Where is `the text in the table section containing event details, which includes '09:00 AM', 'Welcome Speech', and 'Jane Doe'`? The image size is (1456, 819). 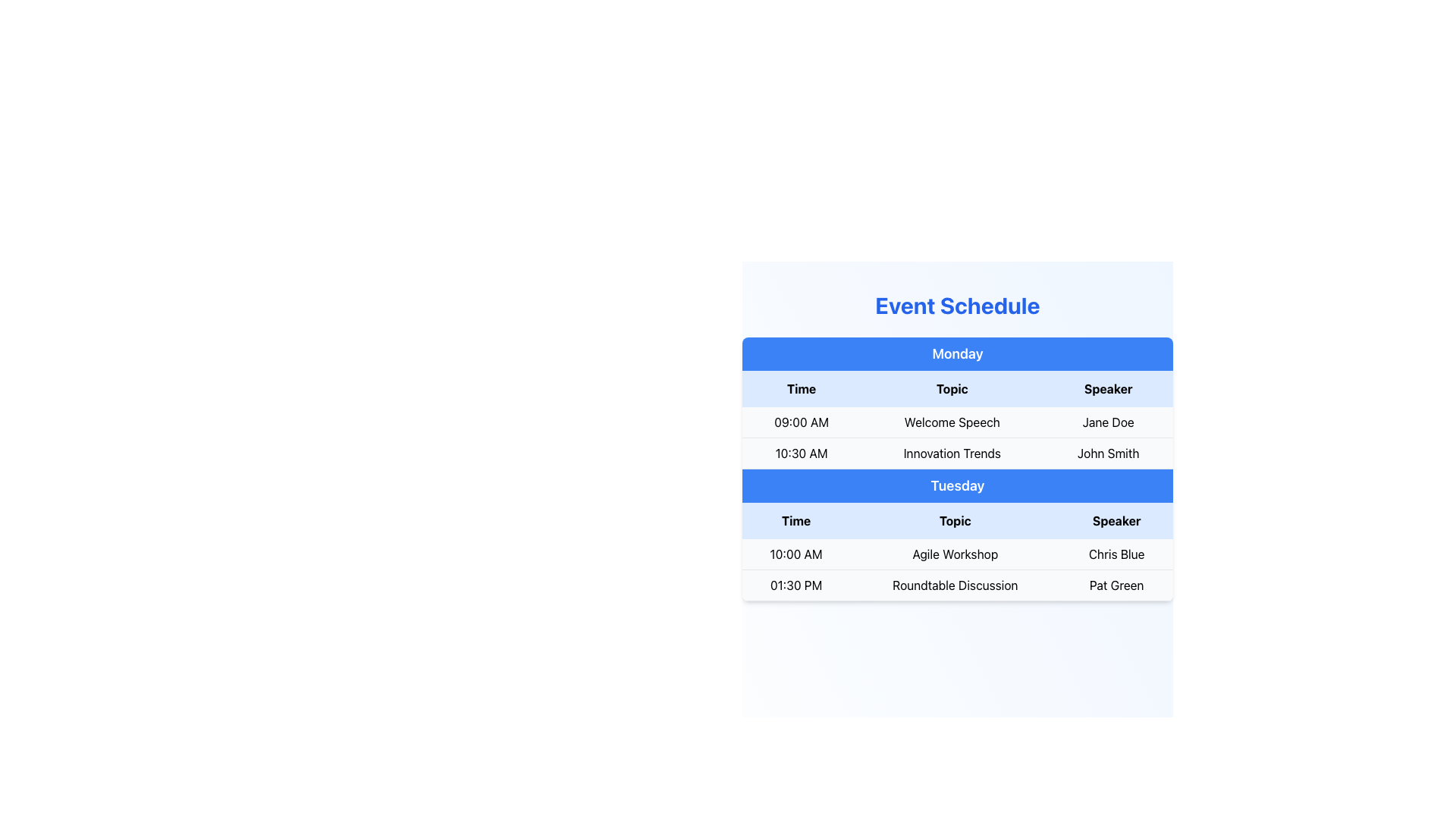 the text in the table section containing event details, which includes '09:00 AM', 'Welcome Speech', and 'Jane Doe' is located at coordinates (956, 420).